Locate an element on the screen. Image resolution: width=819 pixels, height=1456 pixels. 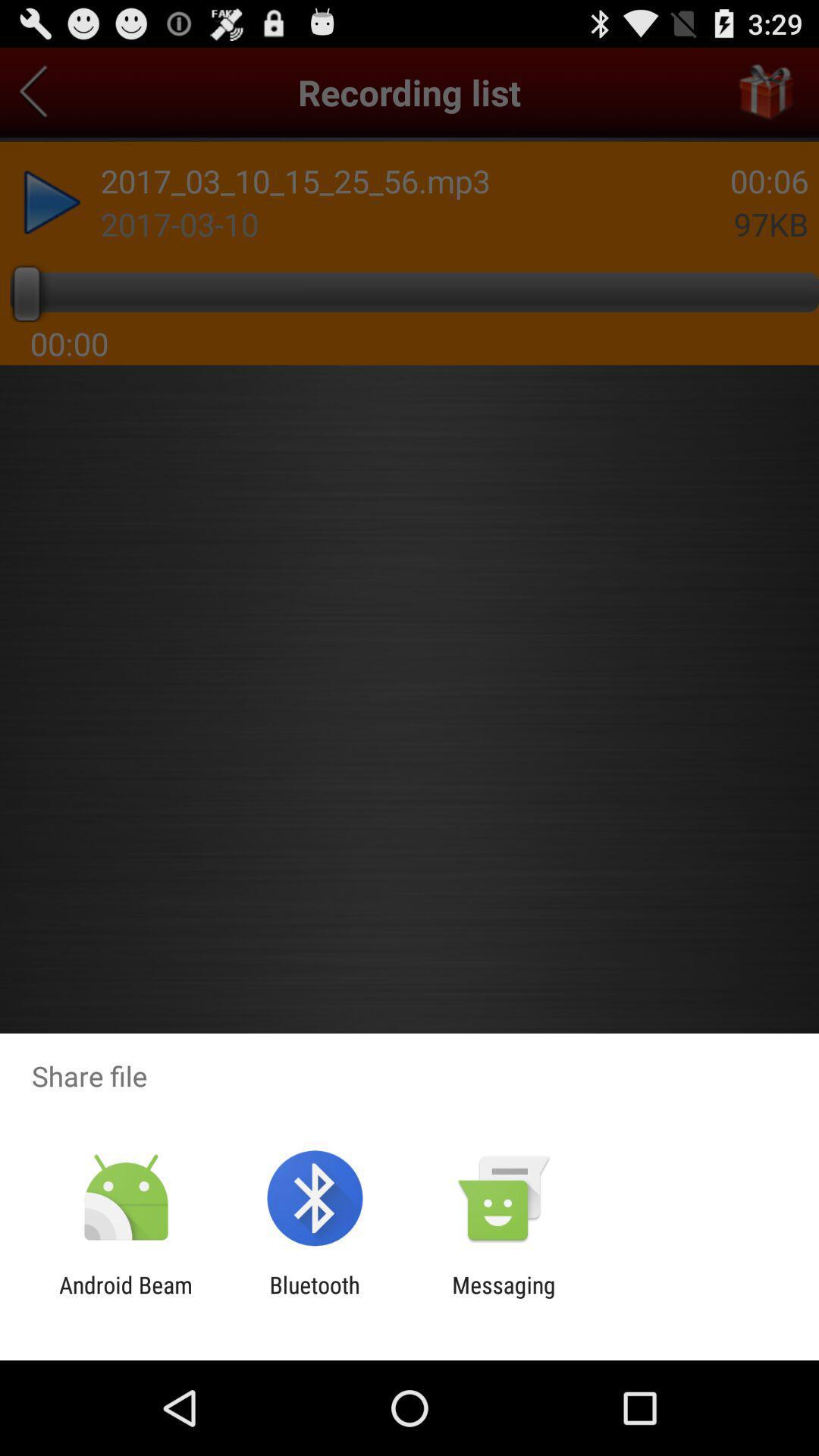
messaging is located at coordinates (504, 1298).